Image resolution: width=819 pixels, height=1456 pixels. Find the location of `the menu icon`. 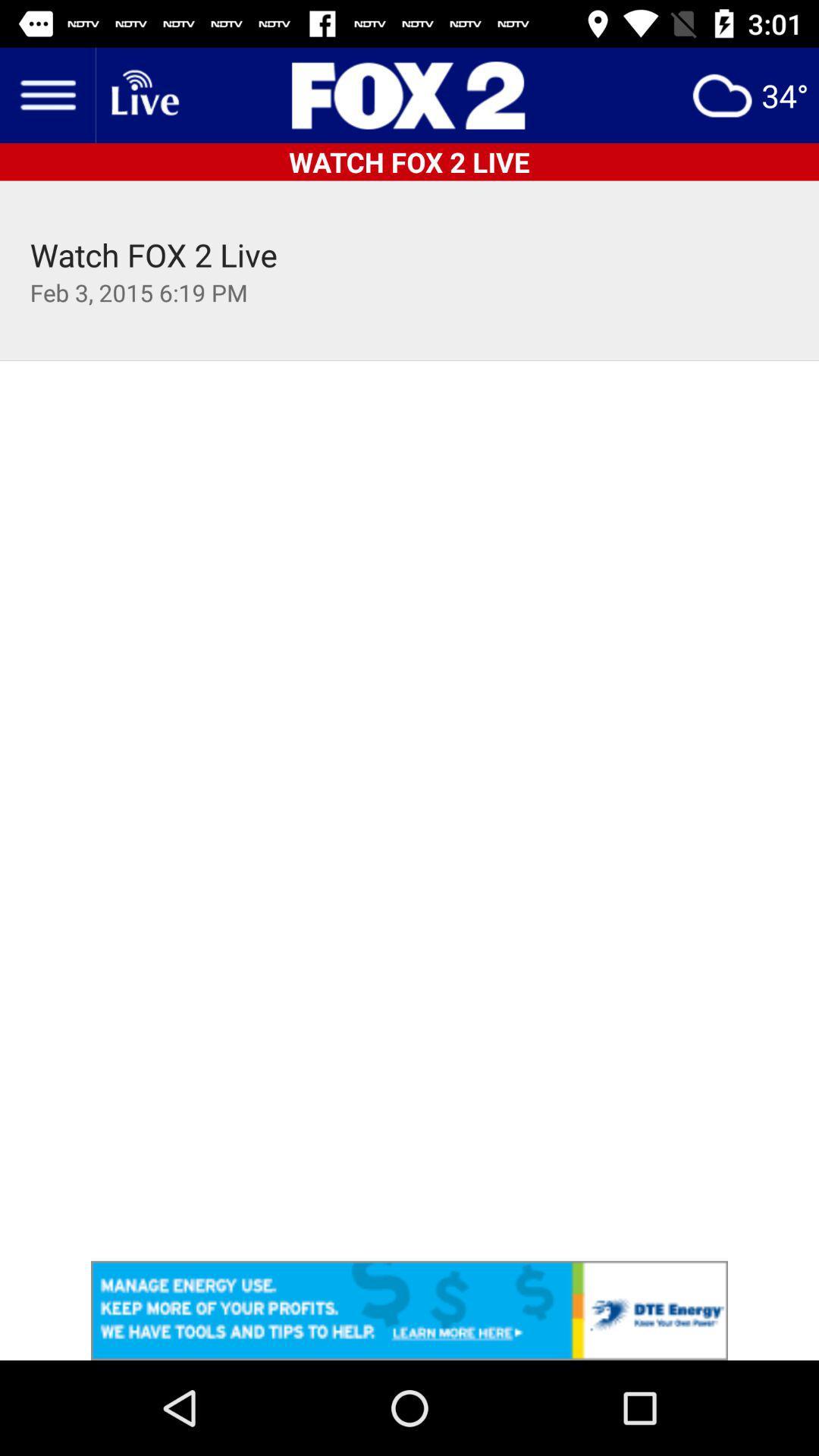

the menu icon is located at coordinates (46, 94).